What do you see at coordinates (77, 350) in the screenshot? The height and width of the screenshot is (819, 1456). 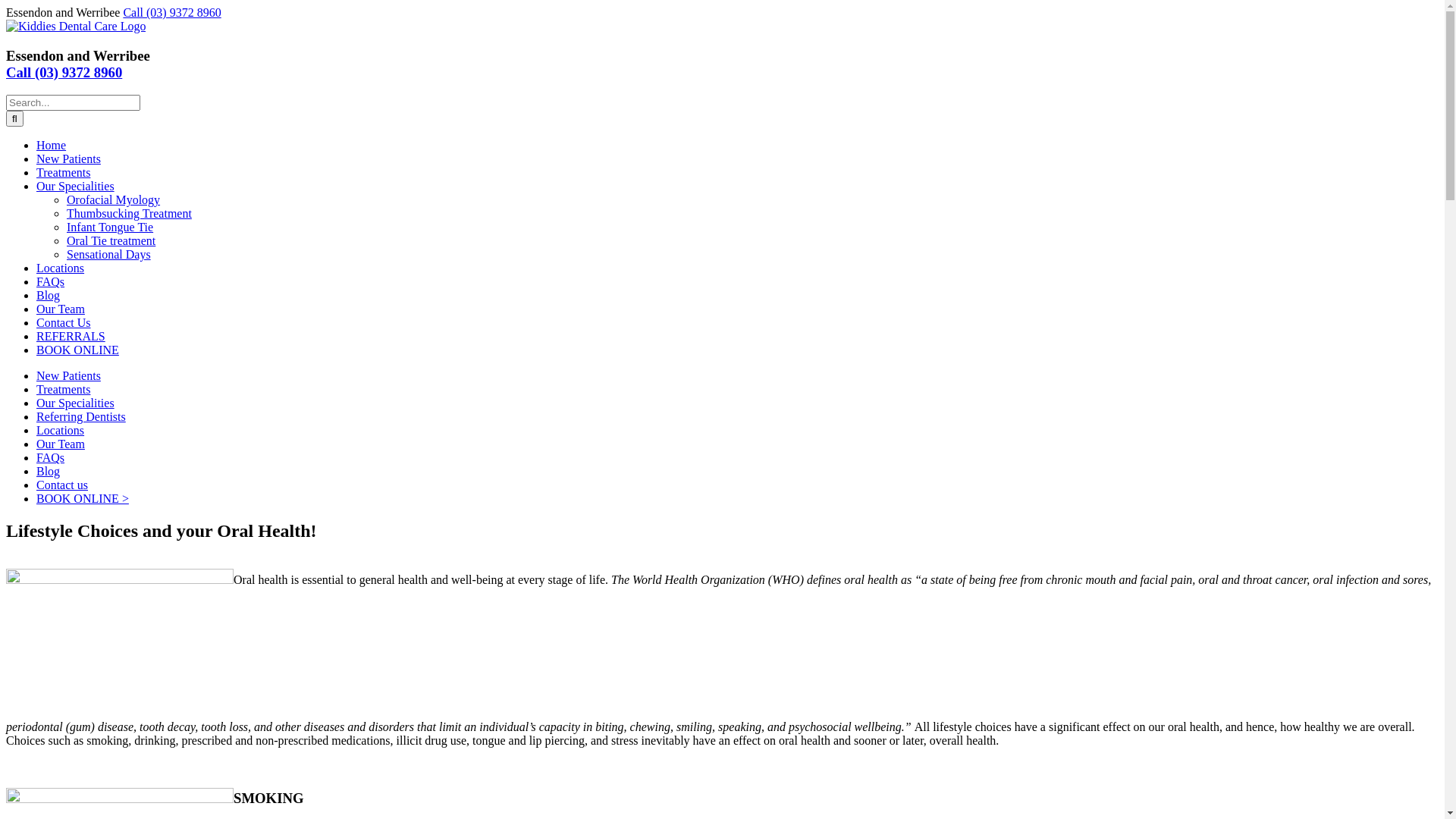 I see `'BOOK ONLINE'` at bounding box center [77, 350].